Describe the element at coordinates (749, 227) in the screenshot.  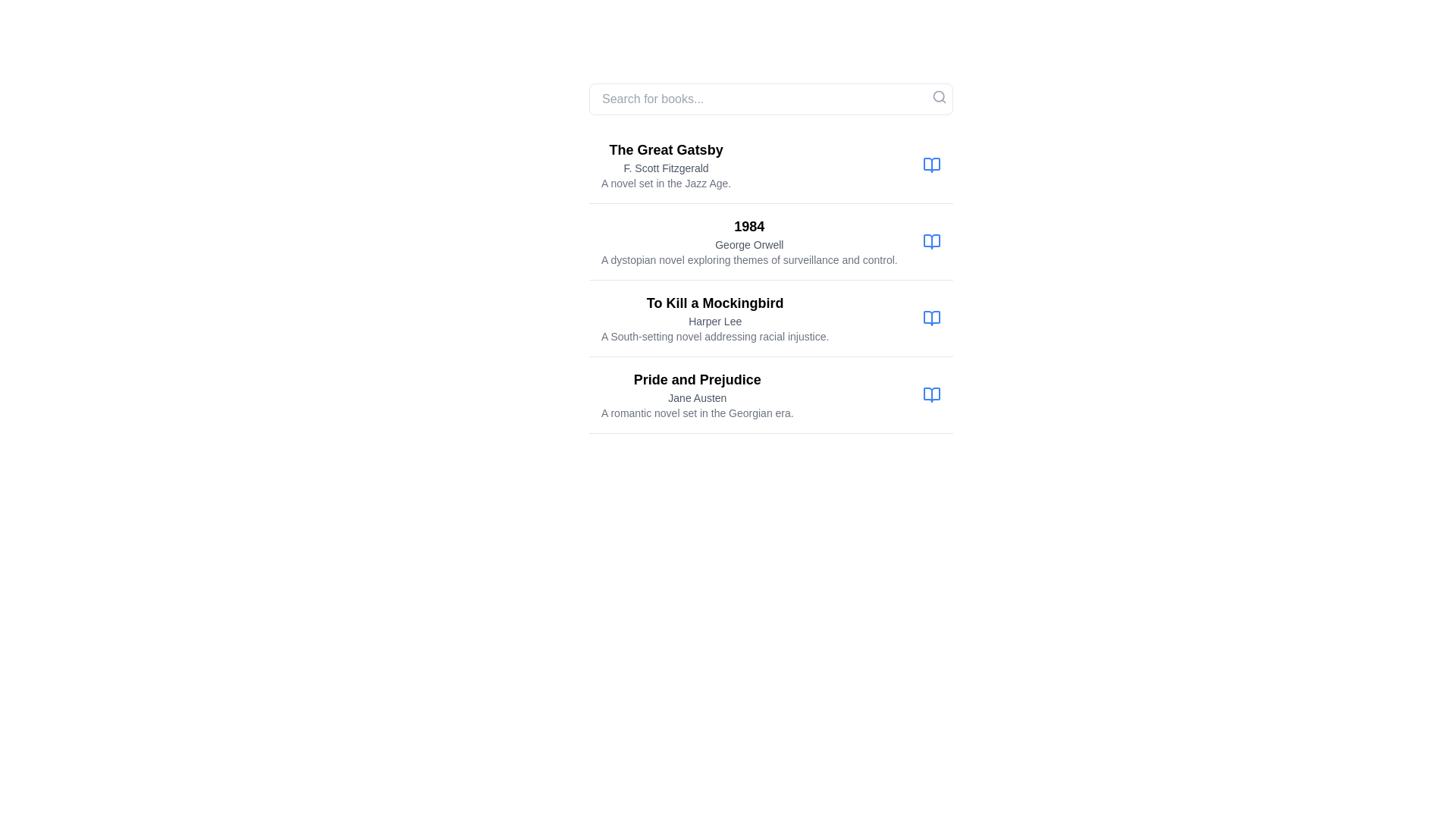
I see `the title text identifying the book '1984'` at that location.